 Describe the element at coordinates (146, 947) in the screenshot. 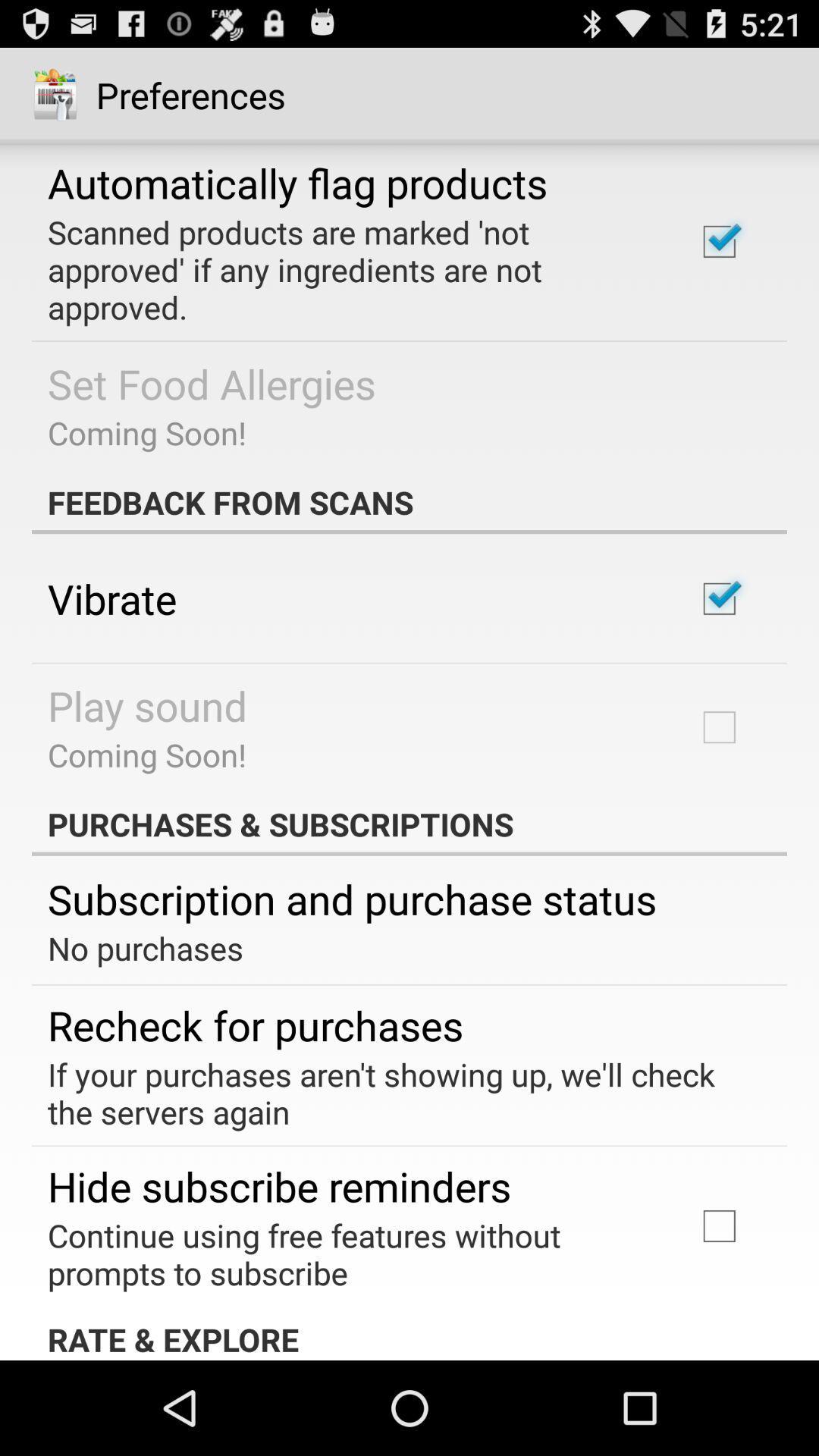

I see `the no purchases app` at that location.